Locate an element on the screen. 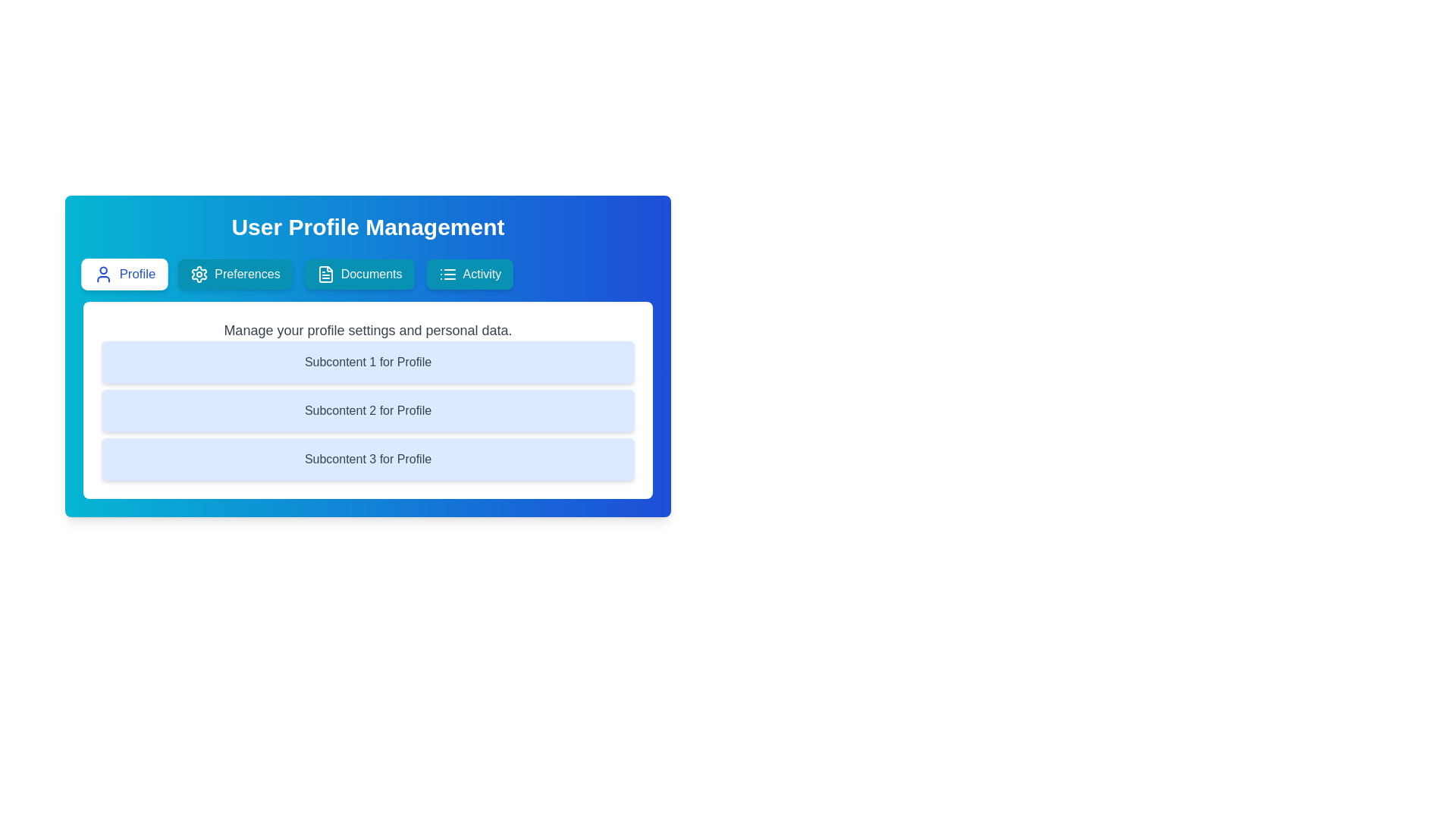  the static content block labeled 'Subcontent 3 for Profile', which is located at the bottom of three similar content blocks for user profile management is located at coordinates (368, 458).